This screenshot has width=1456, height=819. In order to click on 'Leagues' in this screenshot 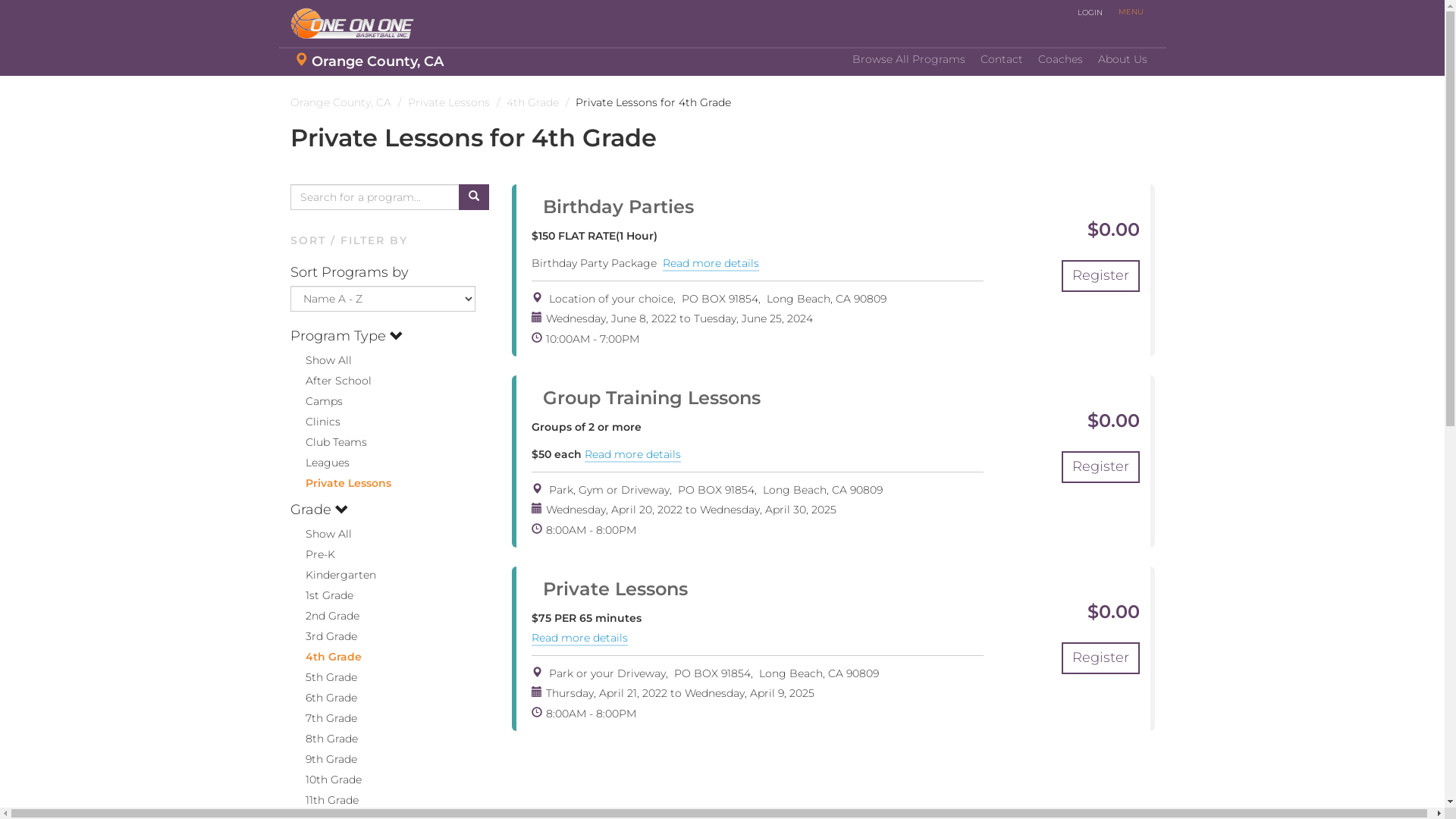, I will do `click(318, 461)`.